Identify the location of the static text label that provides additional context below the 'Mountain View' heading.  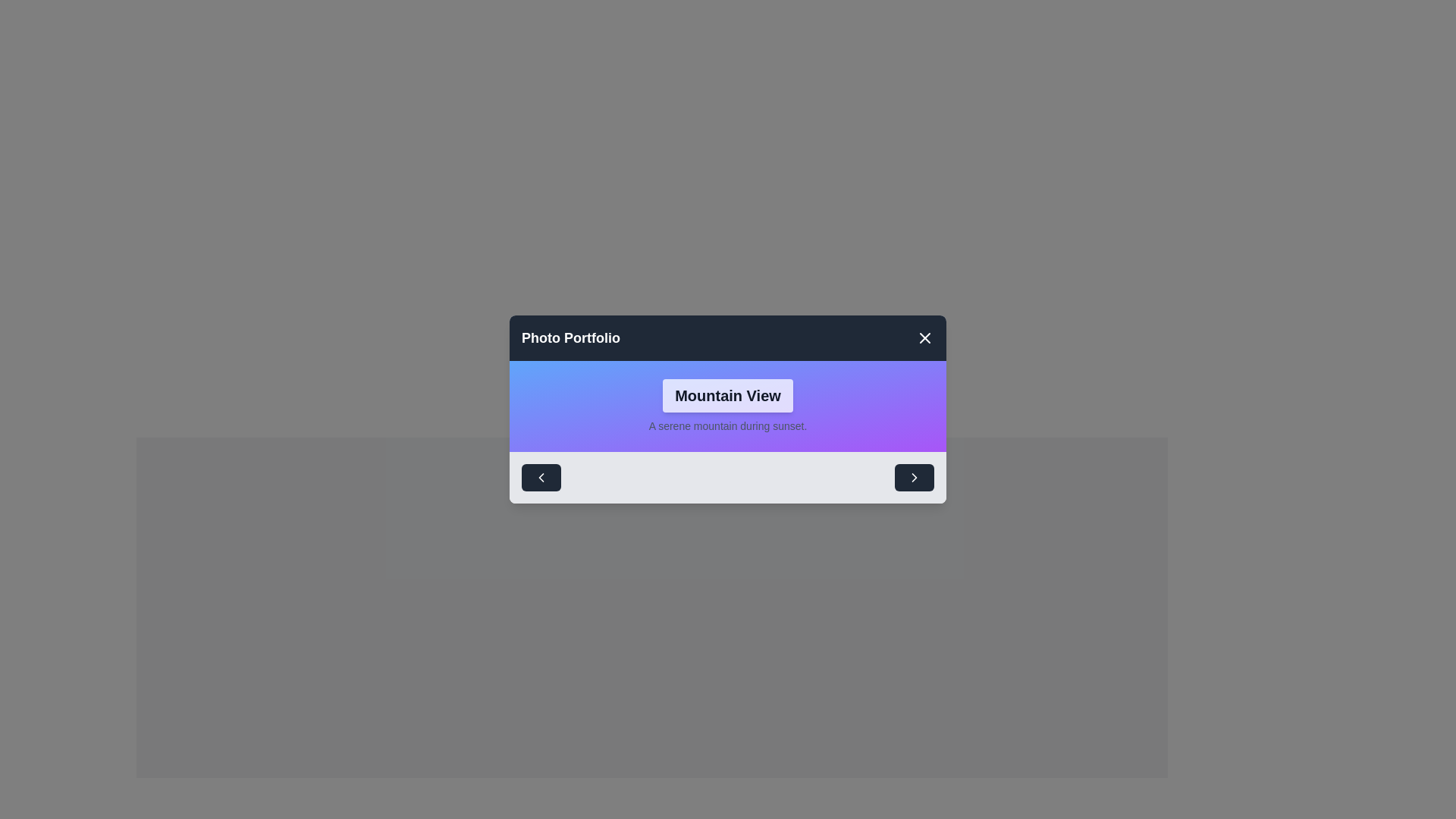
(728, 426).